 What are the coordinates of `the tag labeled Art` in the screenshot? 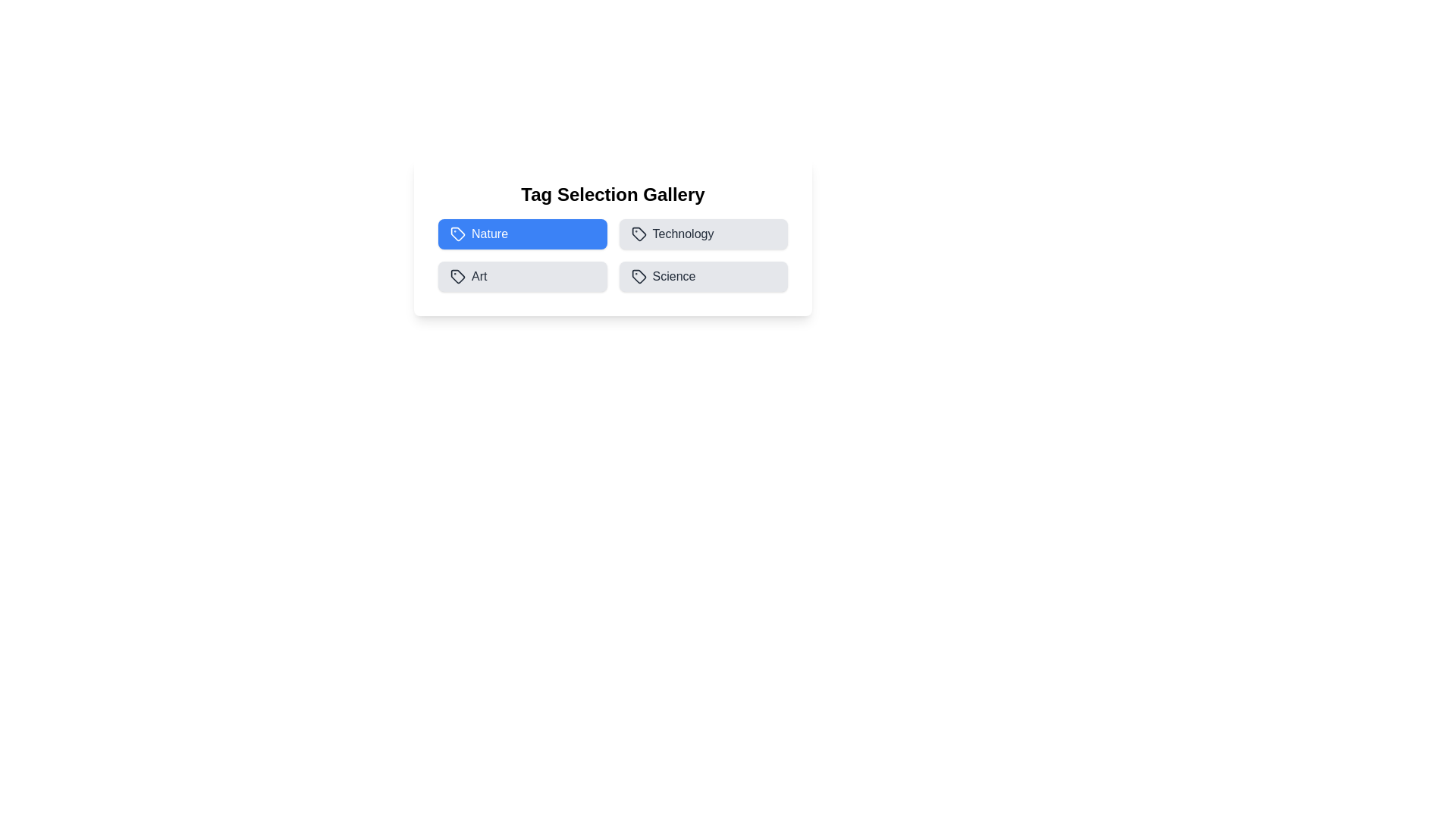 It's located at (522, 277).